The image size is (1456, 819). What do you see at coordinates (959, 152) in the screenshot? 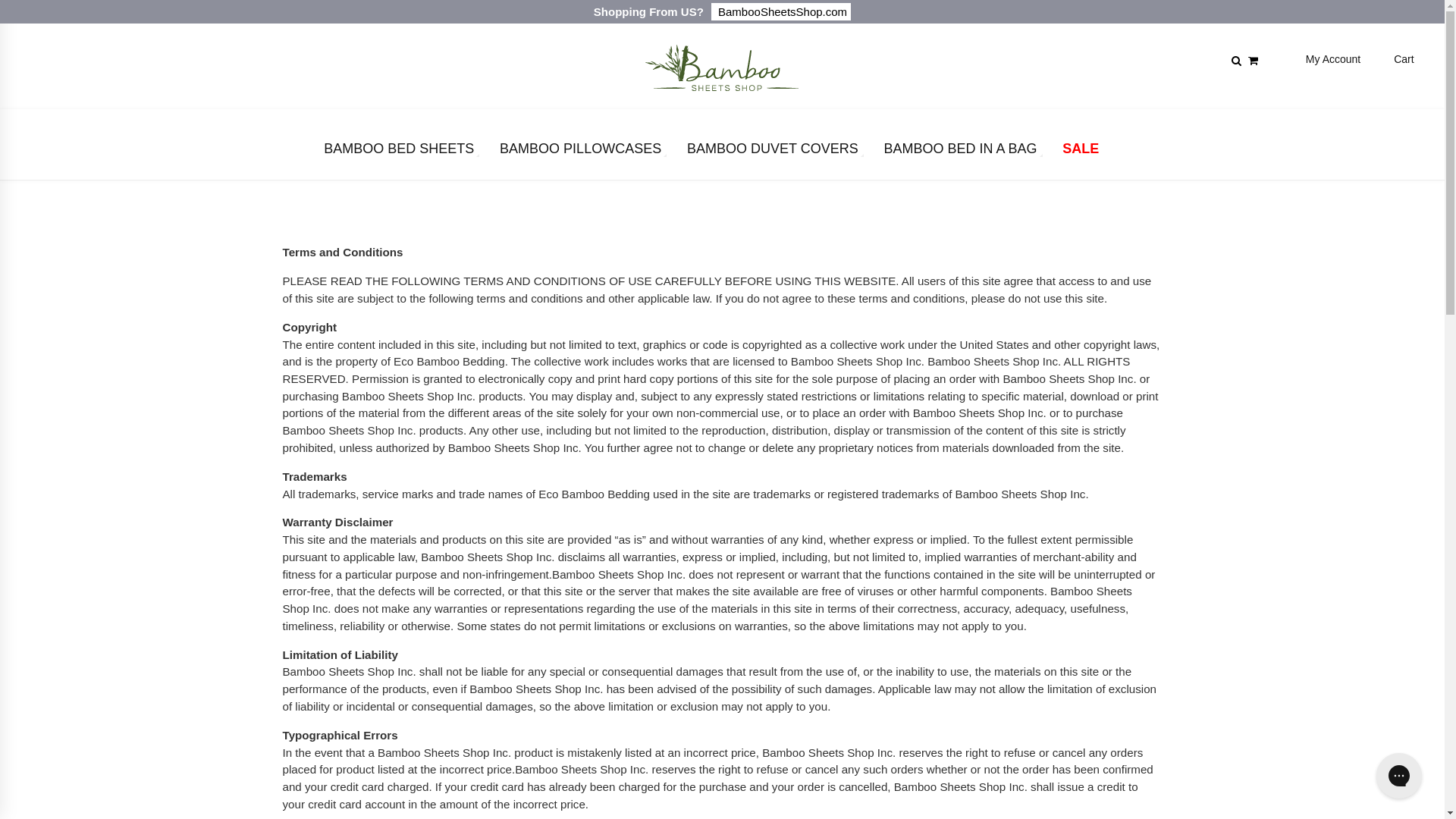
I see `'BAMBOO BED IN A BAG'` at bounding box center [959, 152].